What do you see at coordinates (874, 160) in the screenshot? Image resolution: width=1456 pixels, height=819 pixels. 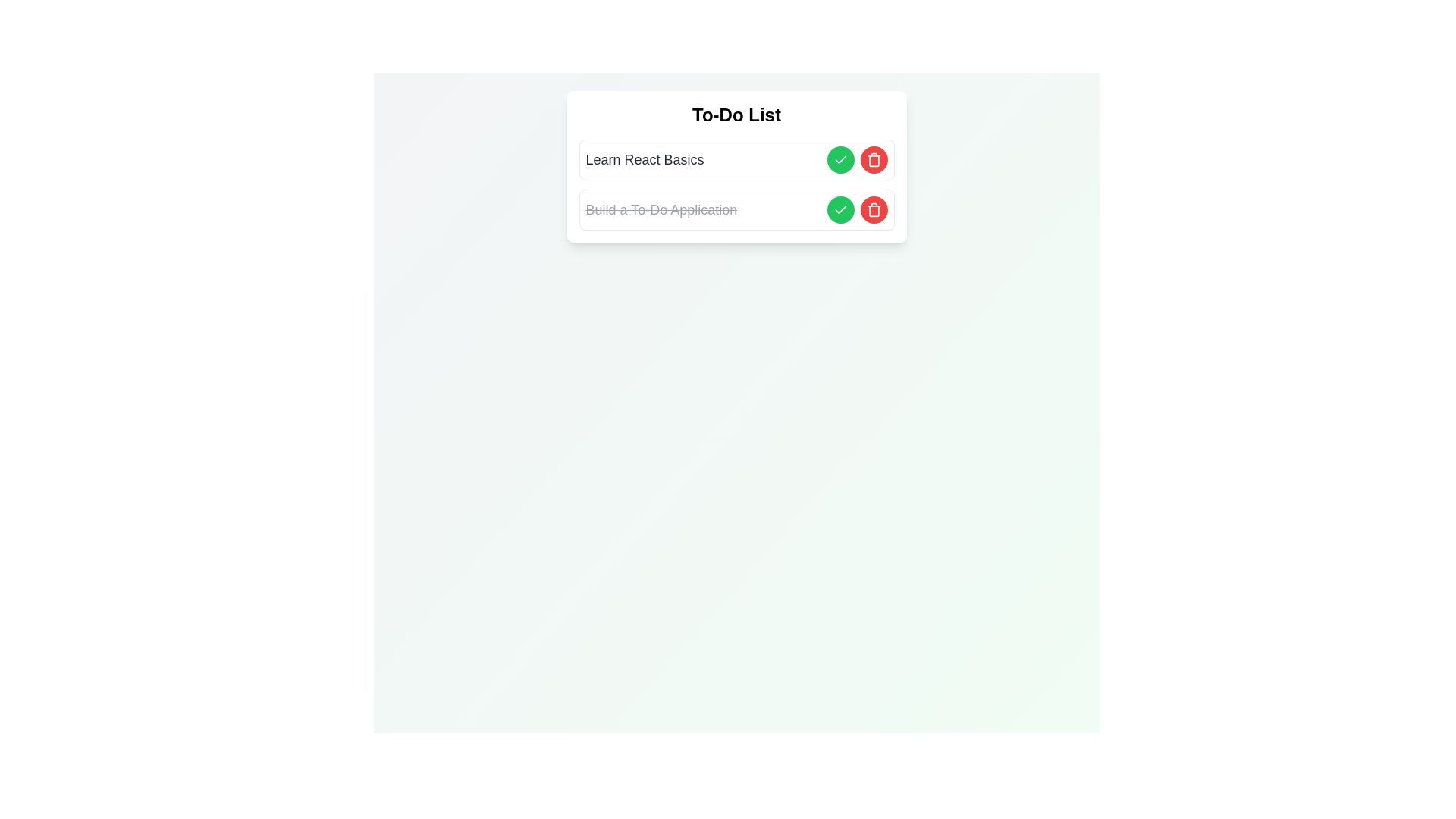 I see `the delete icon located` at bounding box center [874, 160].